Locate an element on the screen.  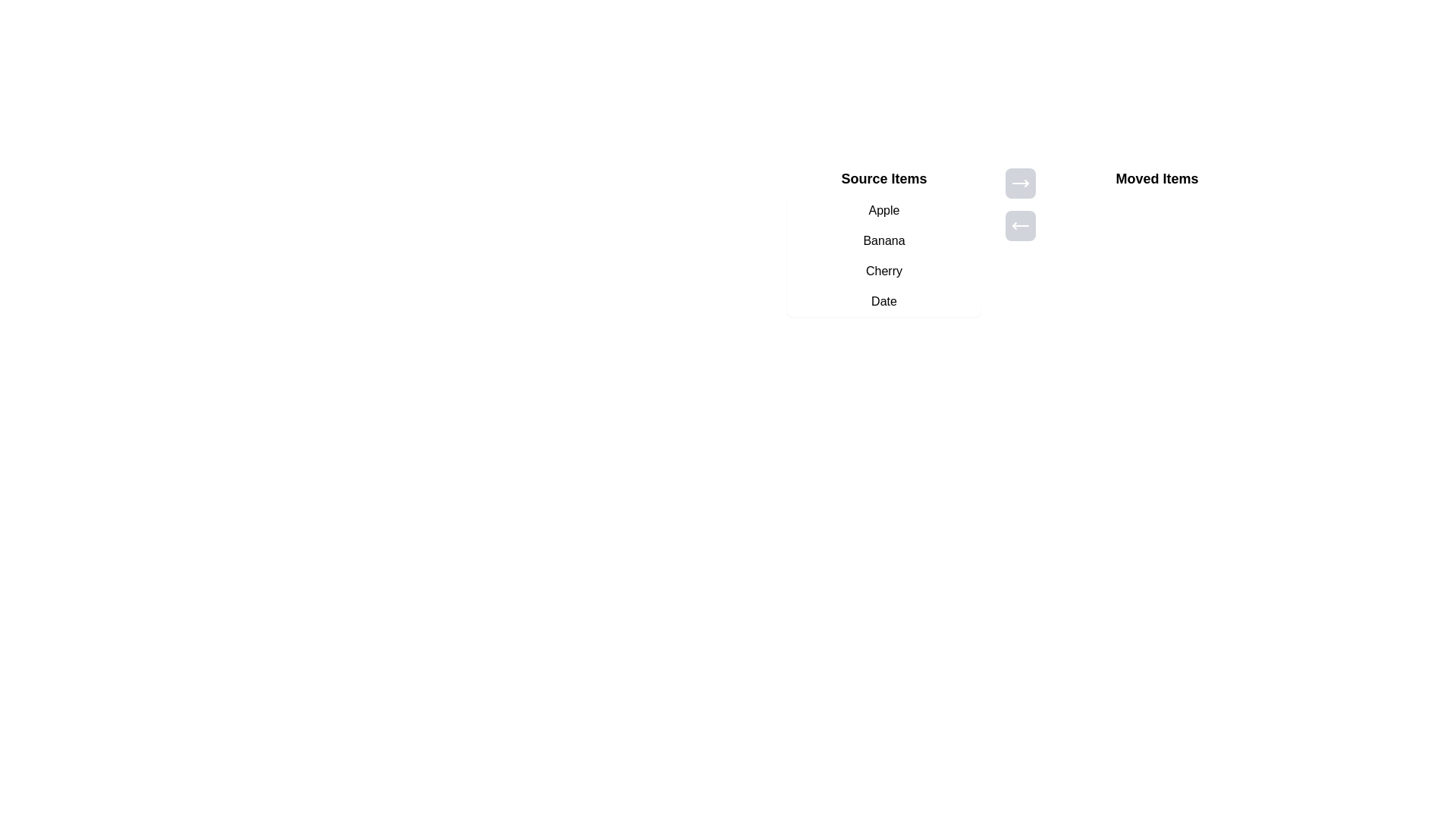
the 'Date' option button, which is the fourth item in the 'Source Items' list is located at coordinates (884, 301).